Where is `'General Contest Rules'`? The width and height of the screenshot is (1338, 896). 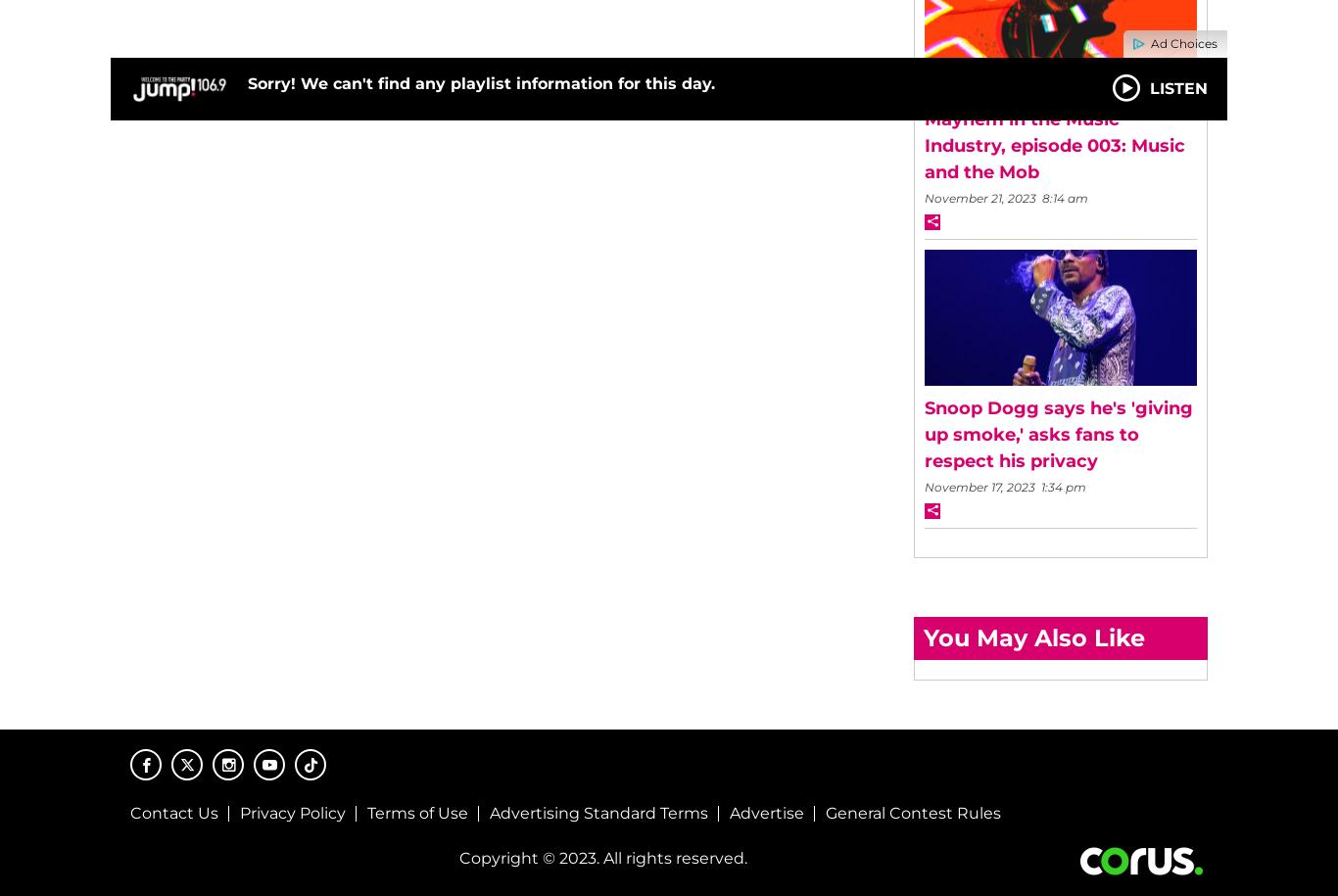 'General Contest Rules' is located at coordinates (824, 813).